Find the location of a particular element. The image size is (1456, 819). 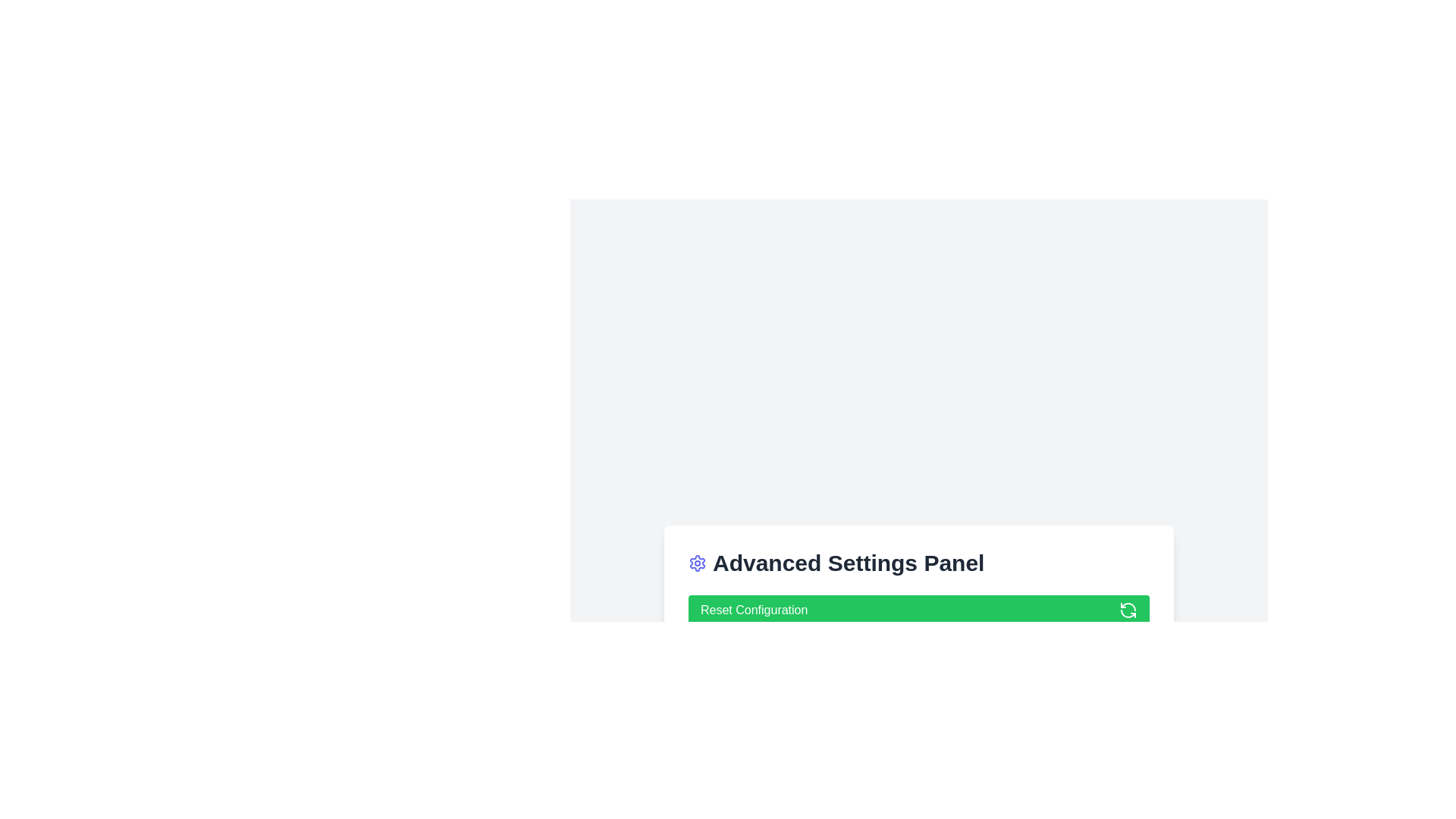

the gear-shaped icon located is located at coordinates (697, 563).